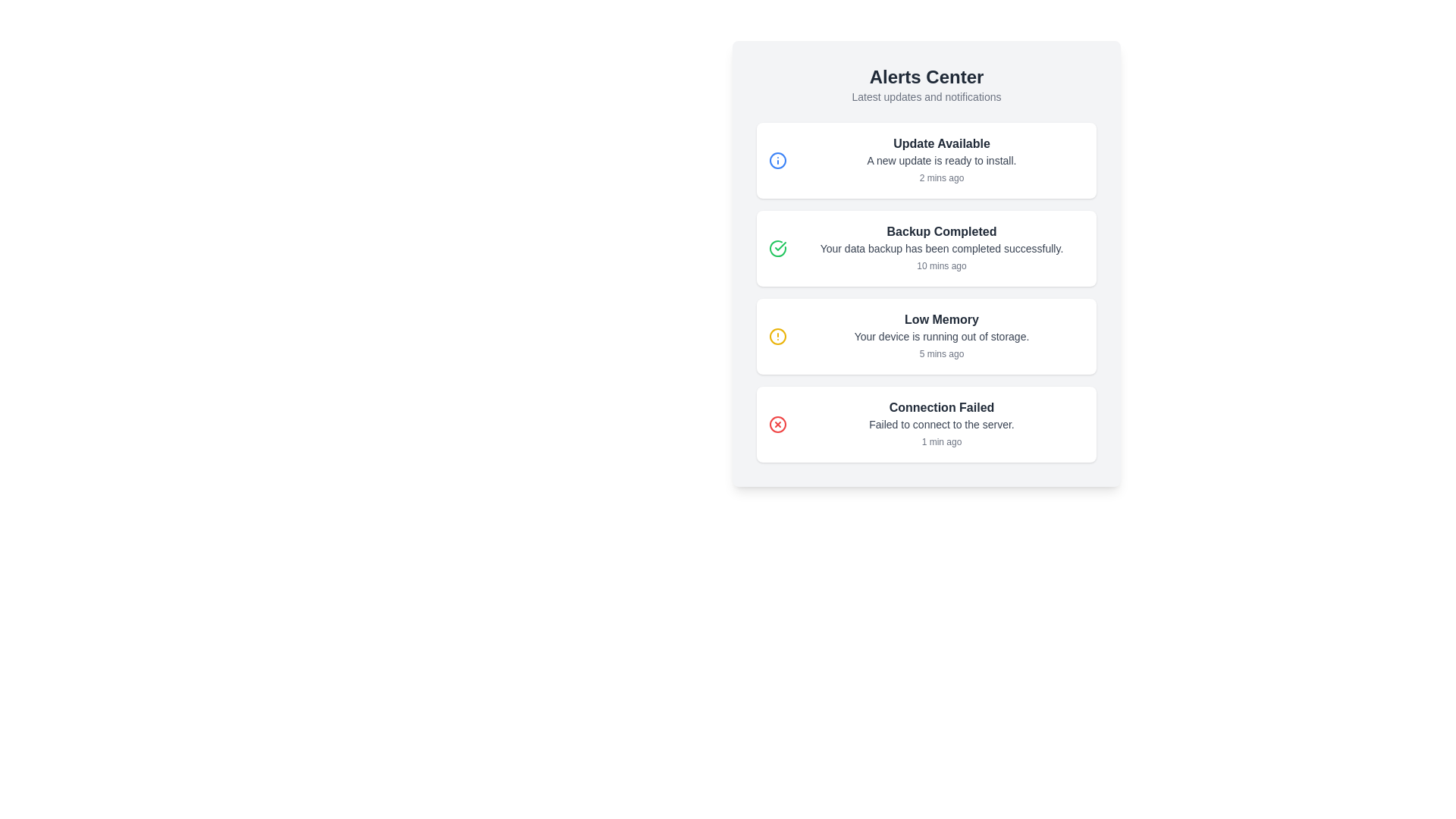 Image resolution: width=1456 pixels, height=819 pixels. Describe the element at coordinates (941, 177) in the screenshot. I see `the text component displaying '2 mins ago' in a gray, light font, located in the lower part of the notification card detailing a new update` at that location.